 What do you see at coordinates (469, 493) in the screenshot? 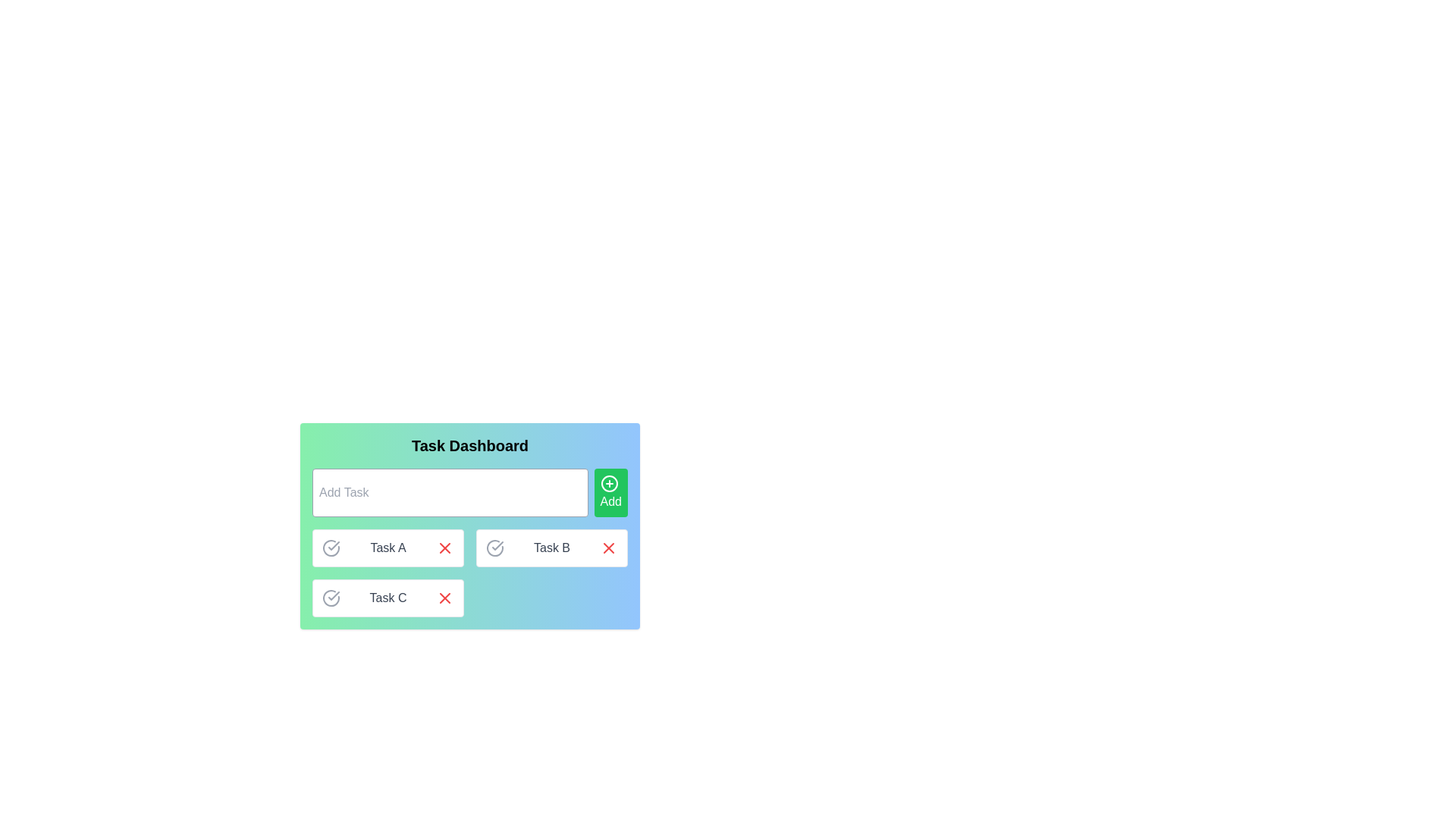
I see `the task creation input field or the 'Add' button in the task creation interface of the 'Task Dashboard' component` at bounding box center [469, 493].